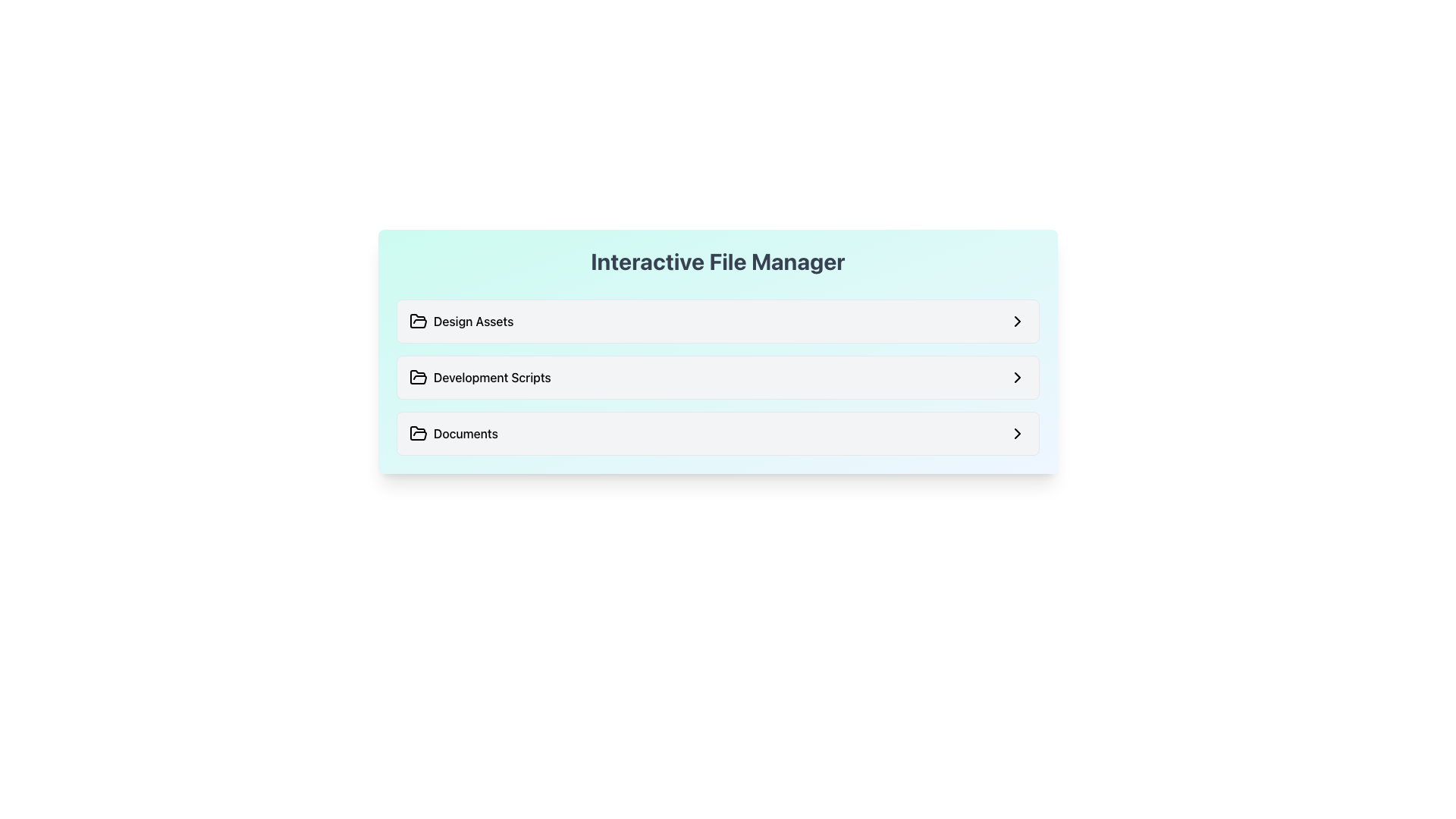 This screenshot has height=819, width=1456. Describe the element at coordinates (717, 376) in the screenshot. I see `the selectable list item labeled 'Development Scripts'` at that location.